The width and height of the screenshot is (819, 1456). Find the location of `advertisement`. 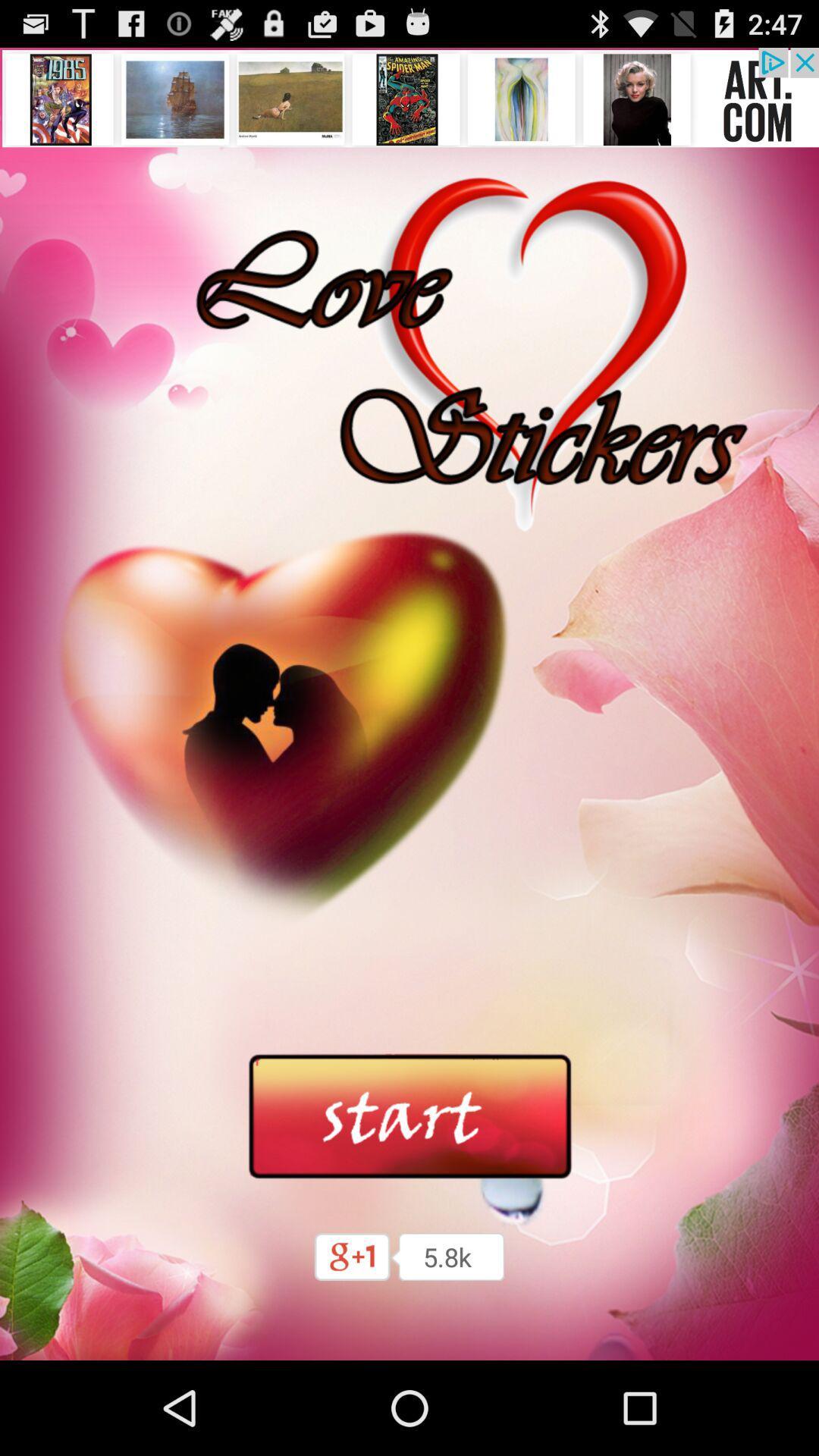

advertisement is located at coordinates (409, 96).